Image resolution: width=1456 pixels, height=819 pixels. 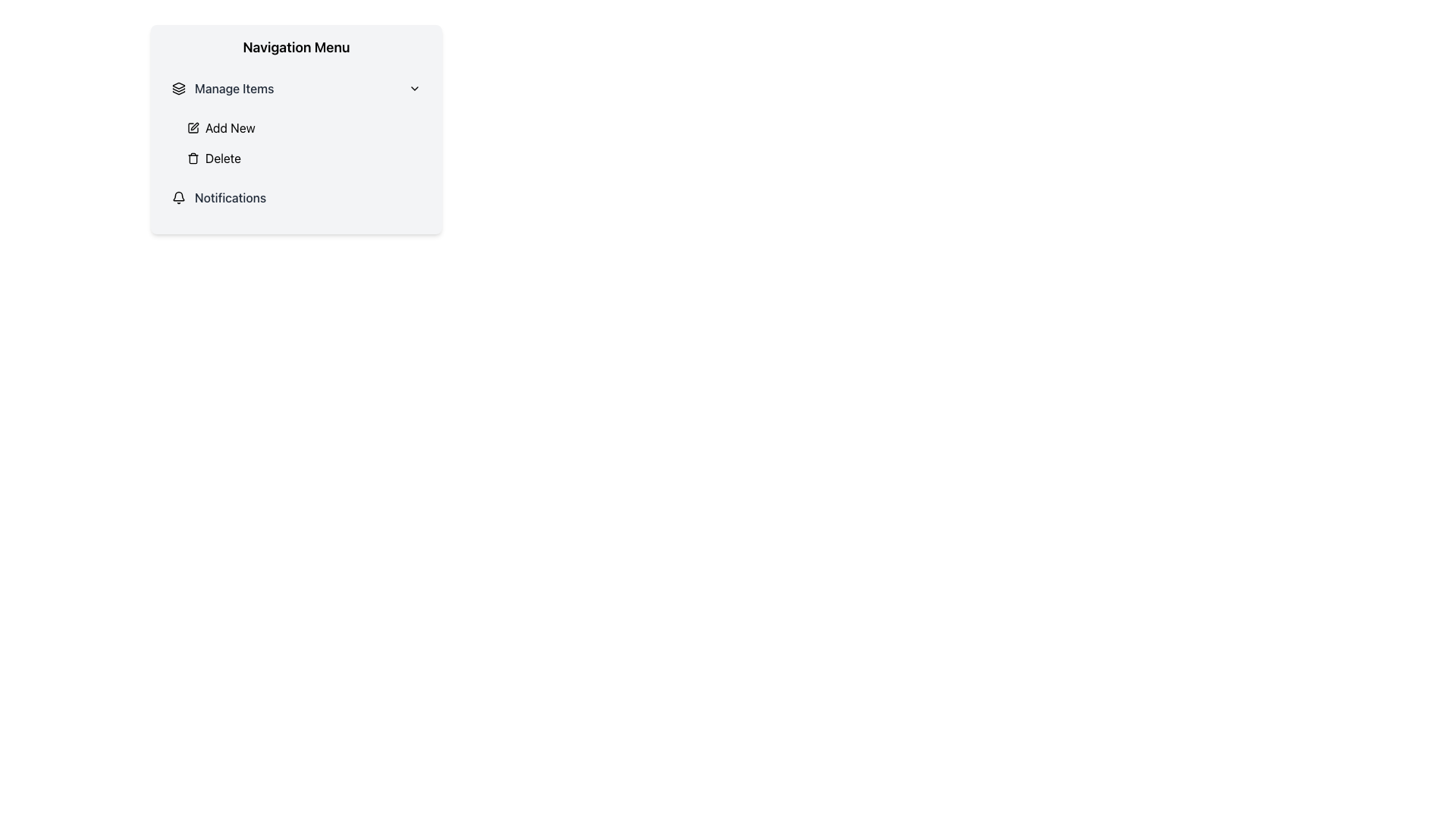 What do you see at coordinates (192, 127) in the screenshot?
I see `the first icon in the 'Navigation Menu' dropdown, which is a minimalist square outline graphic without text, located next to the 'Add New' label` at bounding box center [192, 127].